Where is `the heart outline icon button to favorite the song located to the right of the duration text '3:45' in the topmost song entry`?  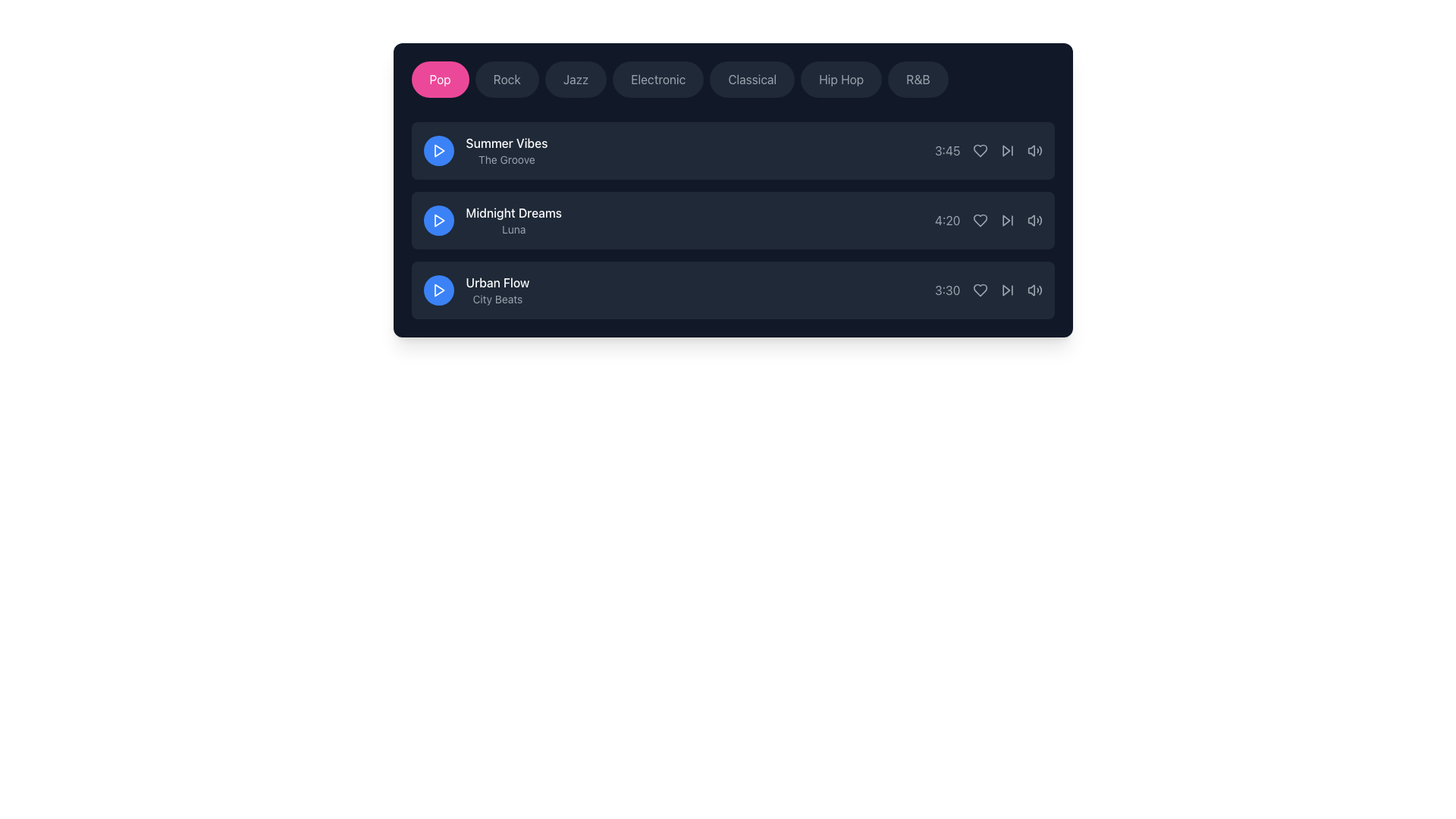 the heart outline icon button to favorite the song located to the right of the duration text '3:45' in the topmost song entry is located at coordinates (980, 151).